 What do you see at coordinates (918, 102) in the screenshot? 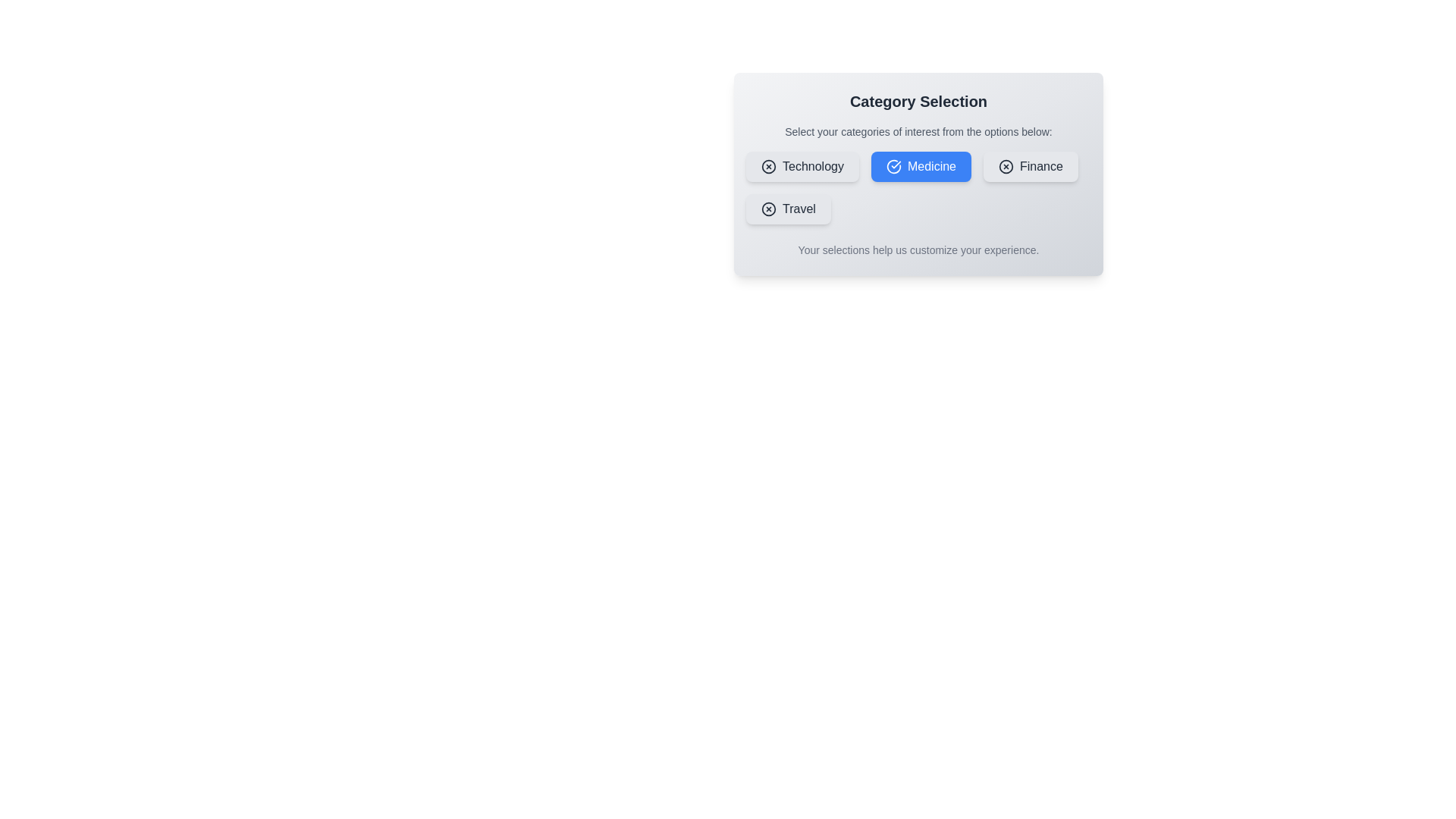
I see `the heading text 'Category Selection' to focus on it` at bounding box center [918, 102].